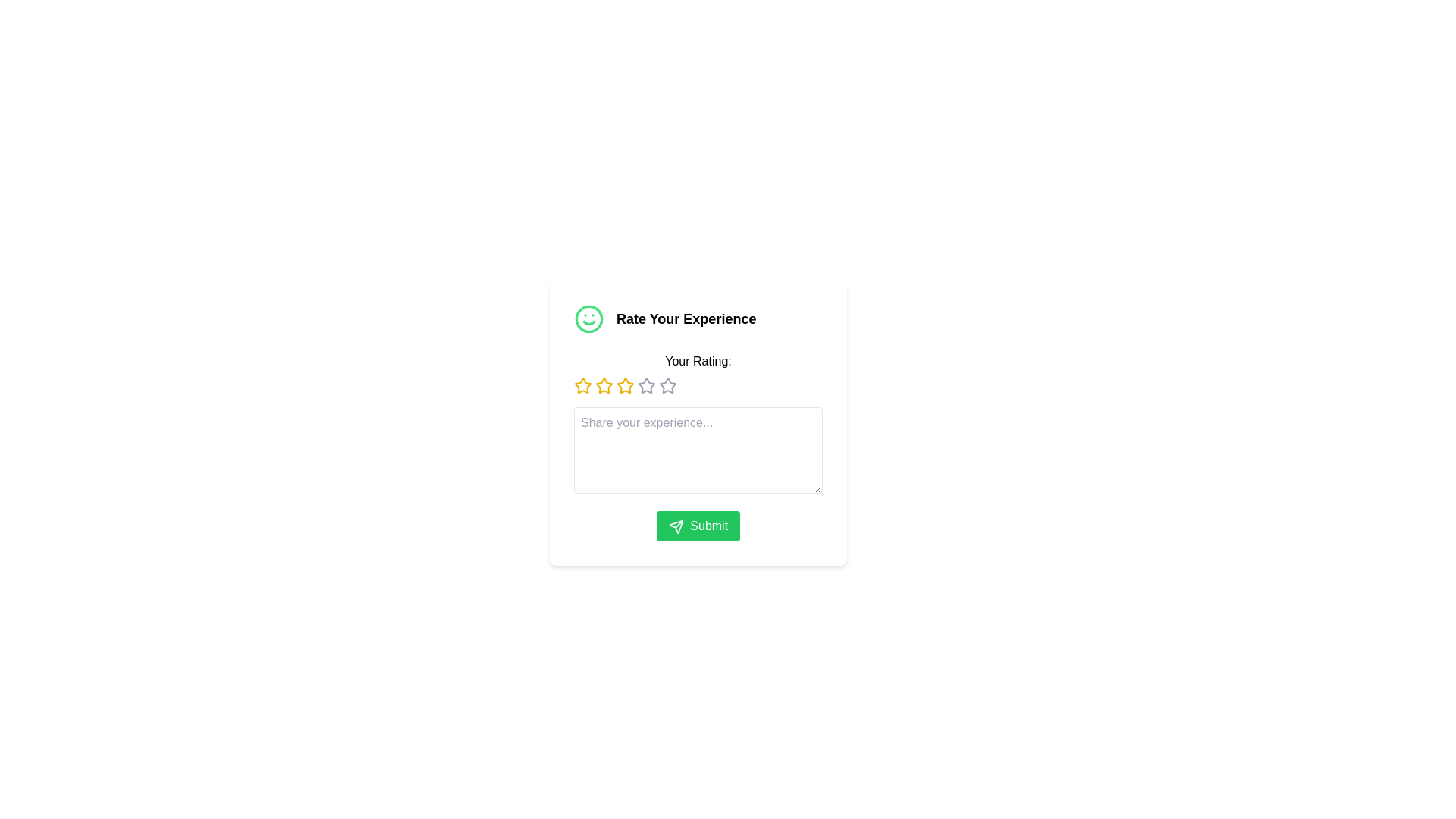 The image size is (1456, 819). What do you see at coordinates (675, 526) in the screenshot?
I see `the small send icon, which is a minimalist arrow-shaped marker in white, located on the left side of the green 'Submit' button` at bounding box center [675, 526].